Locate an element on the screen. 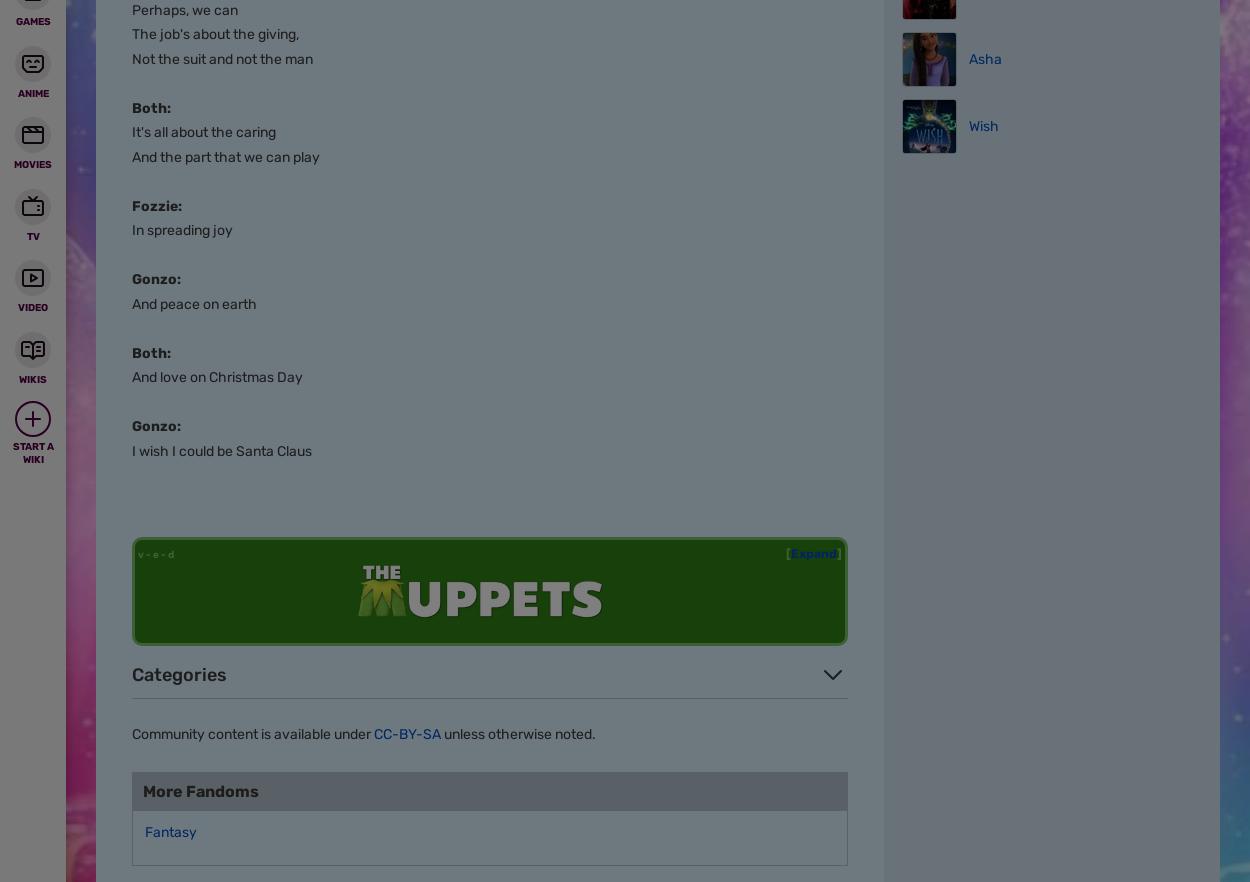 The image size is (1250, 882). 'View Mobile Site' is located at coordinates (658, 374).